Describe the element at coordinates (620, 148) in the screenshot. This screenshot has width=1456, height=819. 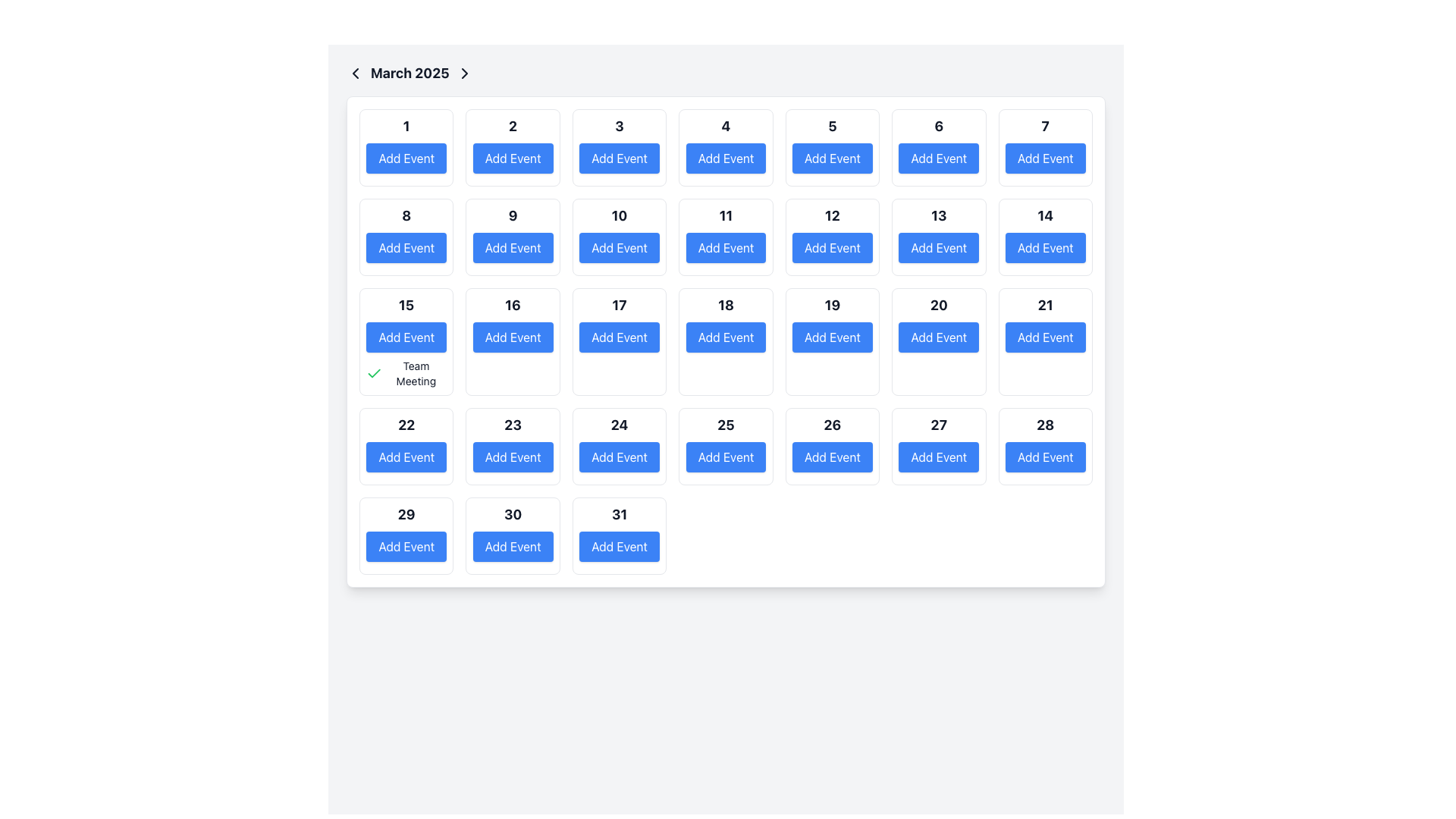
I see `the blue rectangular button labeled 'Add Event', which is part of the composite element displaying the number '3' in bold` at that location.